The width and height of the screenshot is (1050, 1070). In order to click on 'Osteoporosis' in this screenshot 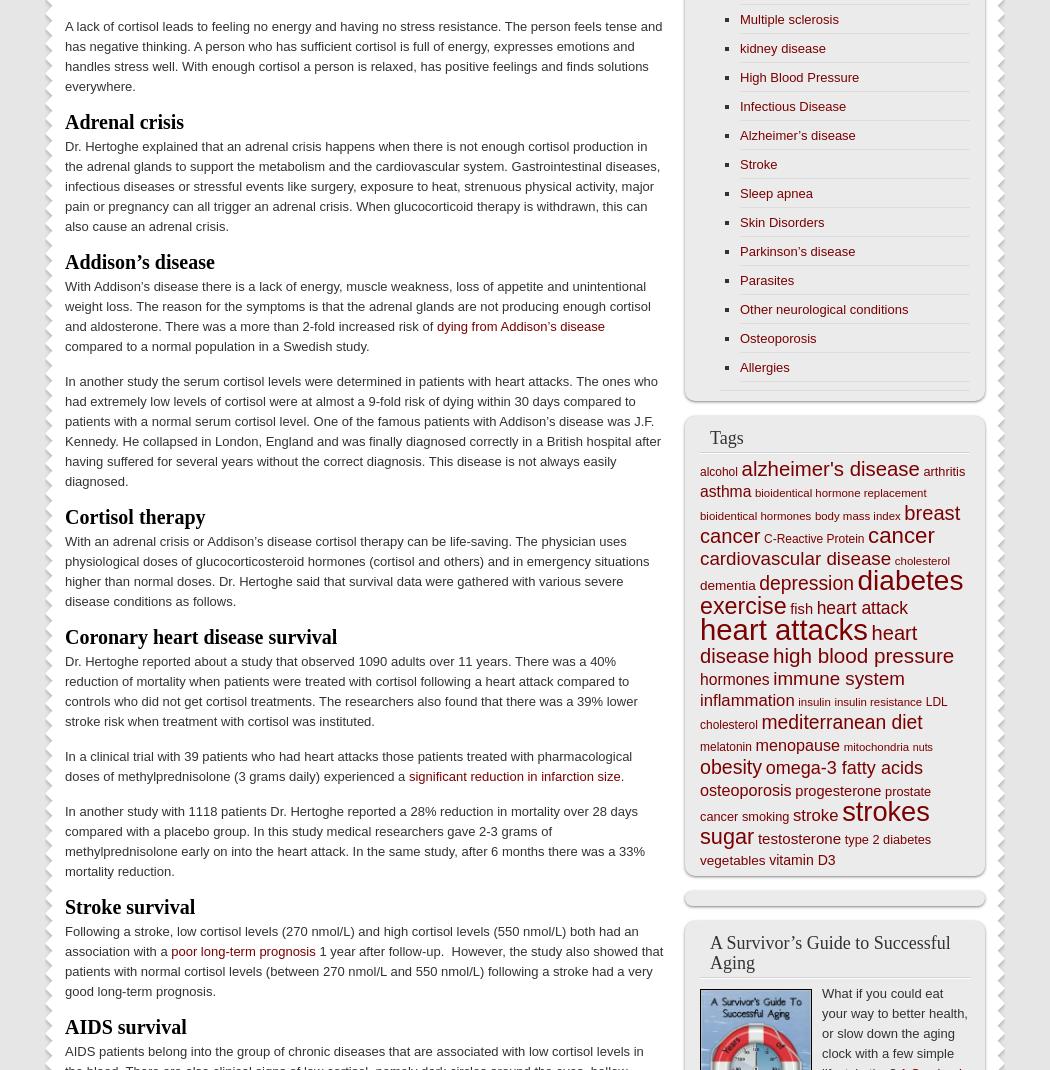, I will do `click(778, 338)`.